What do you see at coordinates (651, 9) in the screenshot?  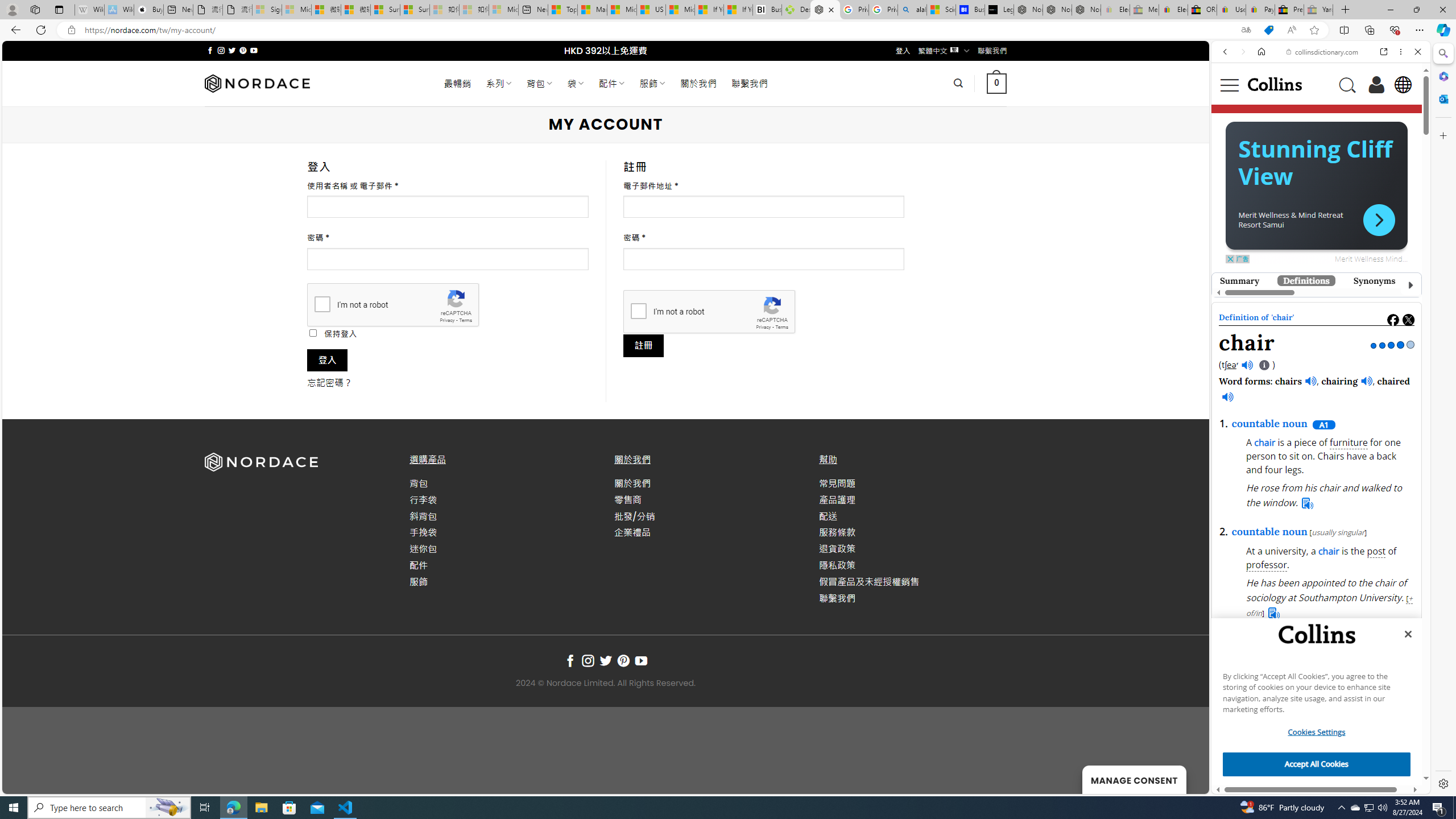 I see `'US Heat Deaths Soared To Record High Last Year'` at bounding box center [651, 9].